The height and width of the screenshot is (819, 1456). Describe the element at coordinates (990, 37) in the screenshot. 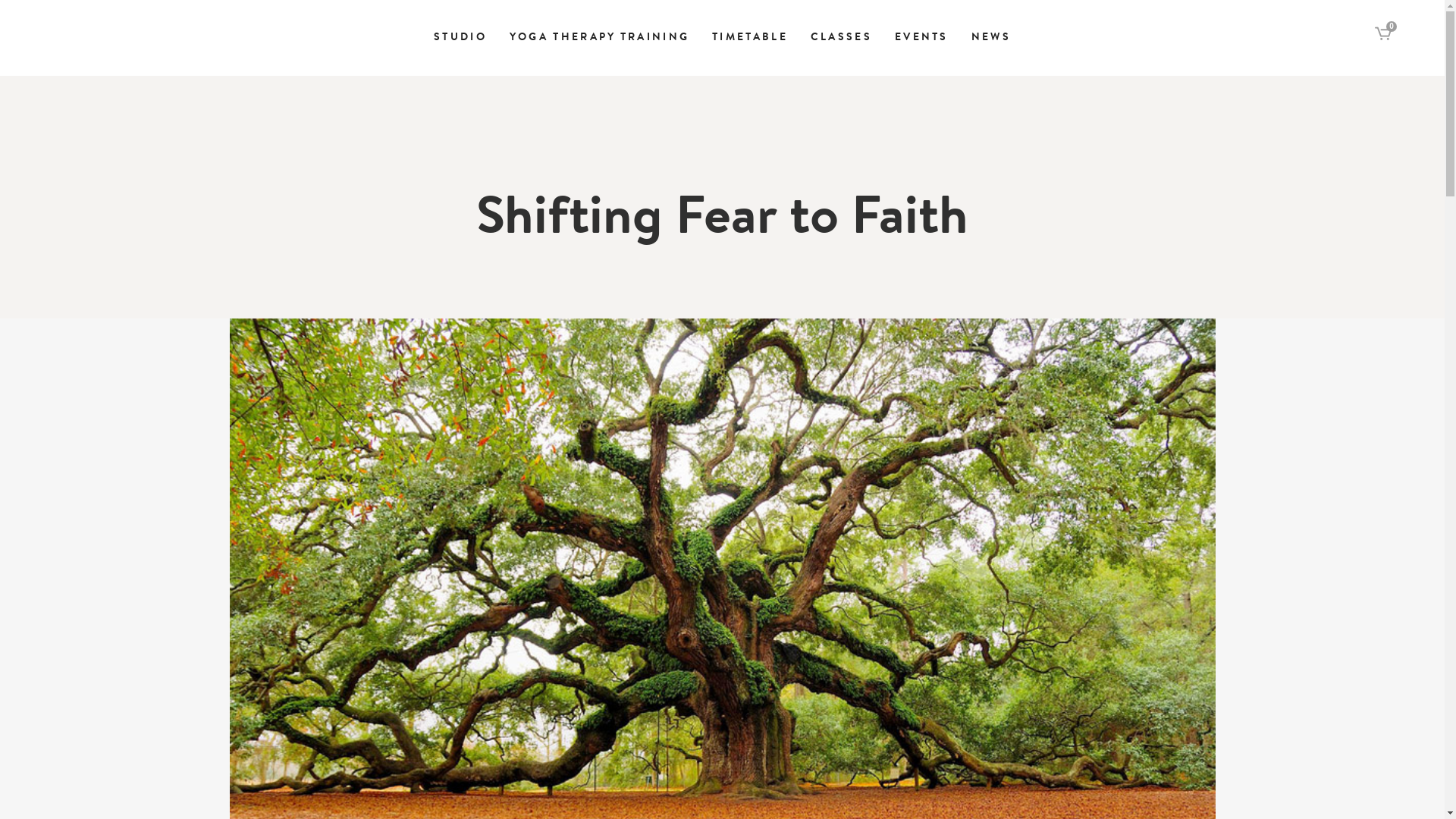

I see `'NEWS'` at that location.